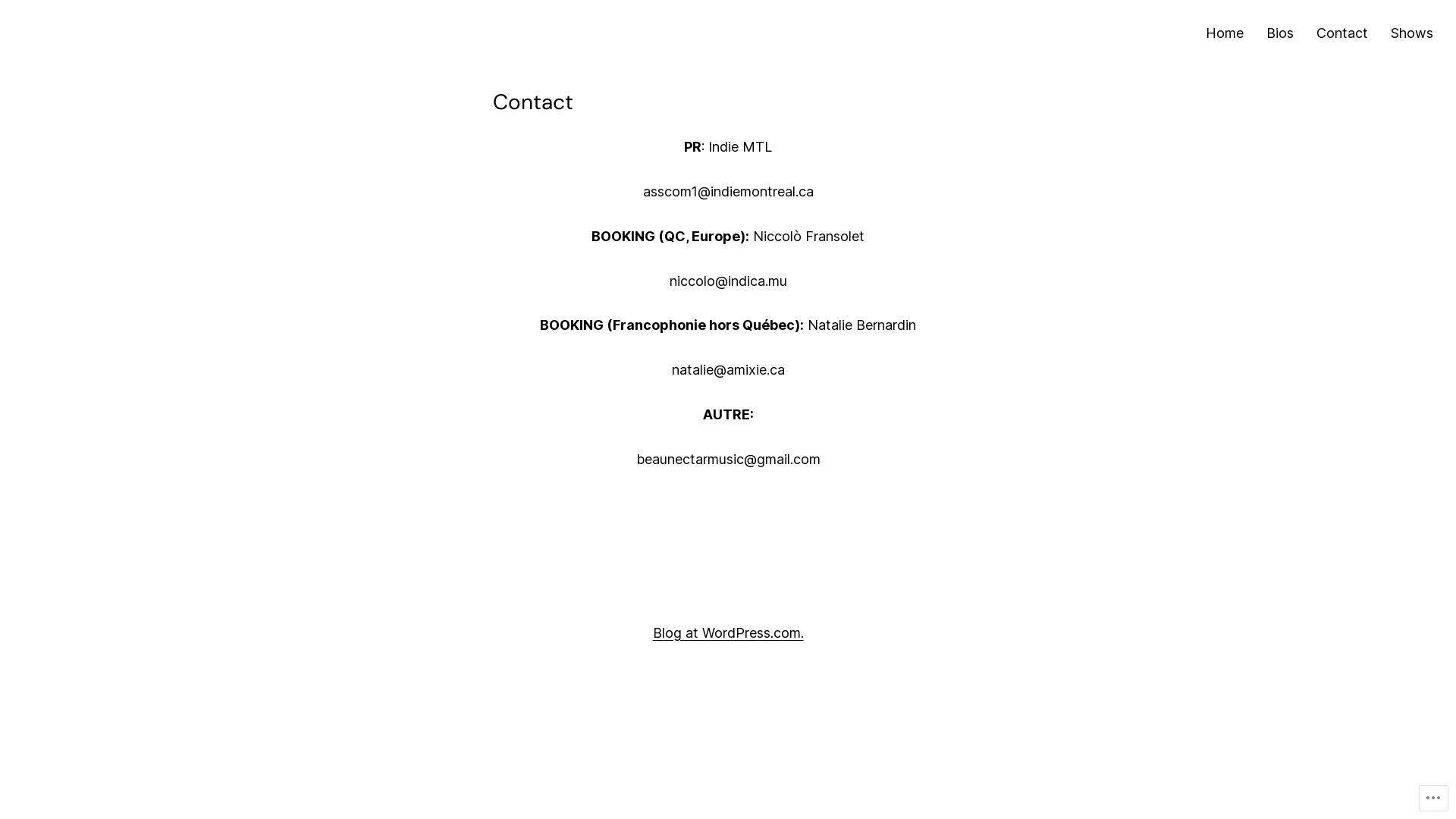 The image size is (1456, 819). Describe the element at coordinates (1411, 33) in the screenshot. I see `'Shows'` at that location.